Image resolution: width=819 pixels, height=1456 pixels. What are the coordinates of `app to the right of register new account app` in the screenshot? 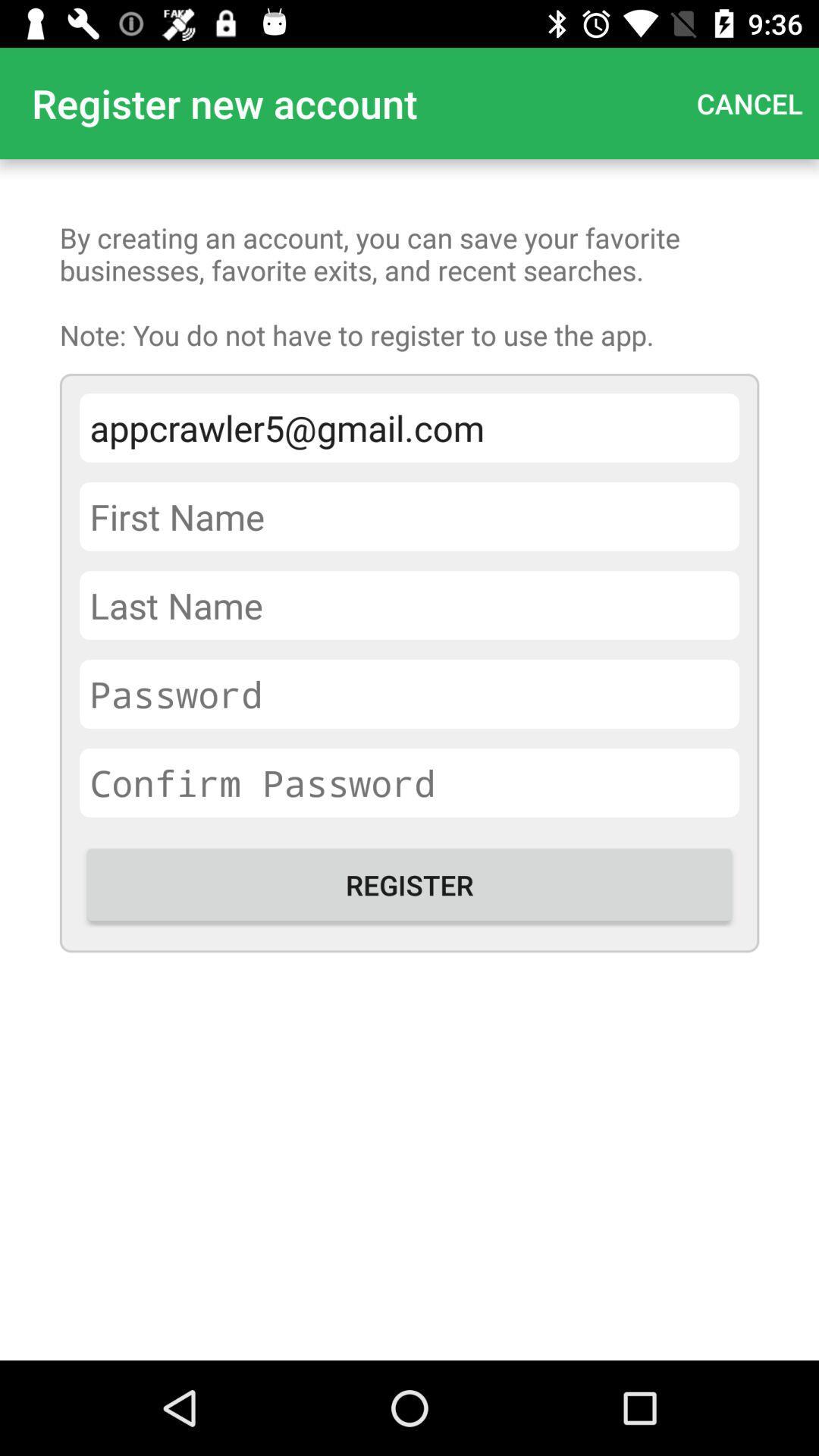 It's located at (748, 102).